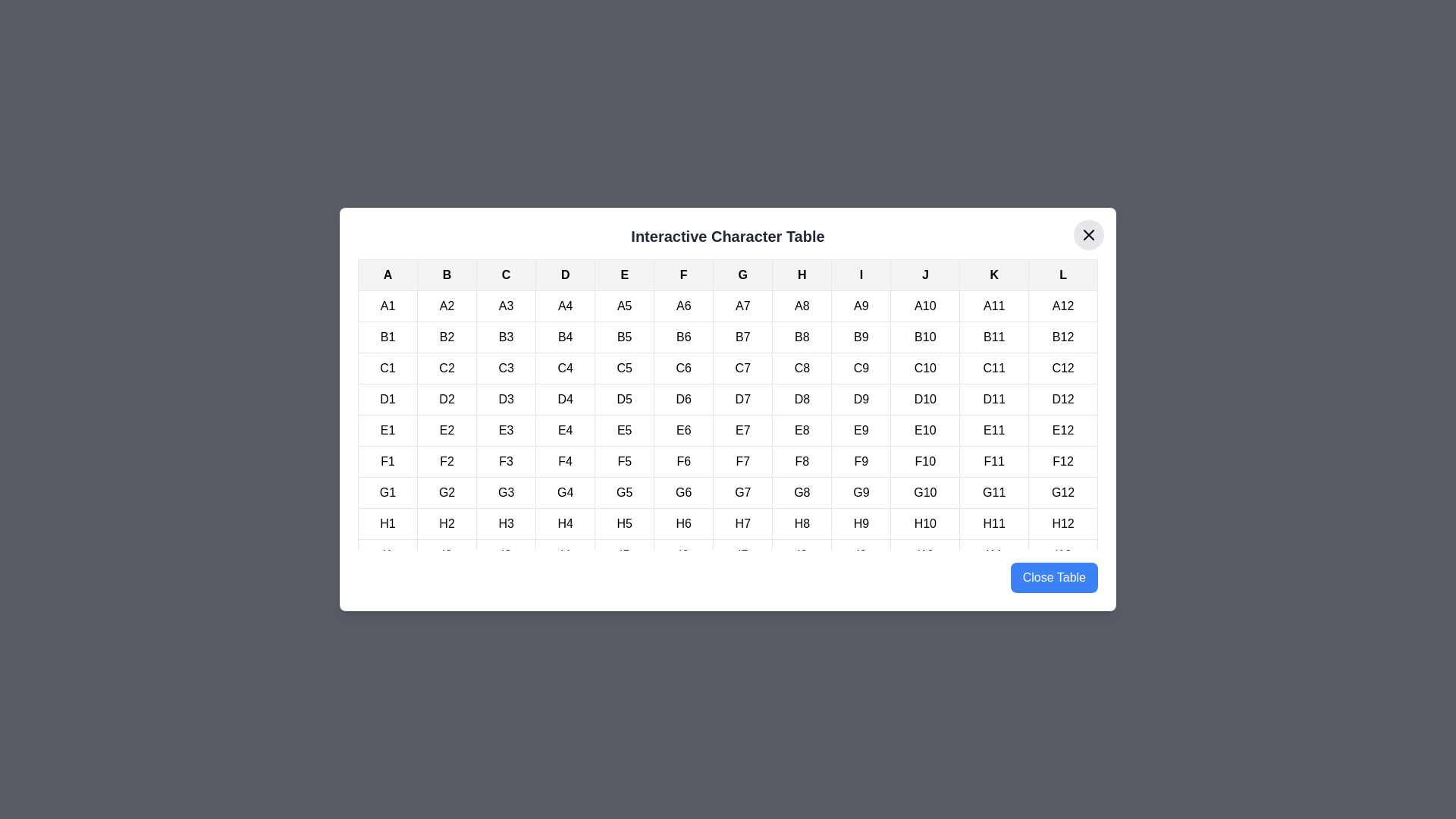 This screenshot has width=1456, height=819. Describe the element at coordinates (1053, 578) in the screenshot. I see `the 'Close Table' button to close the dialog` at that location.